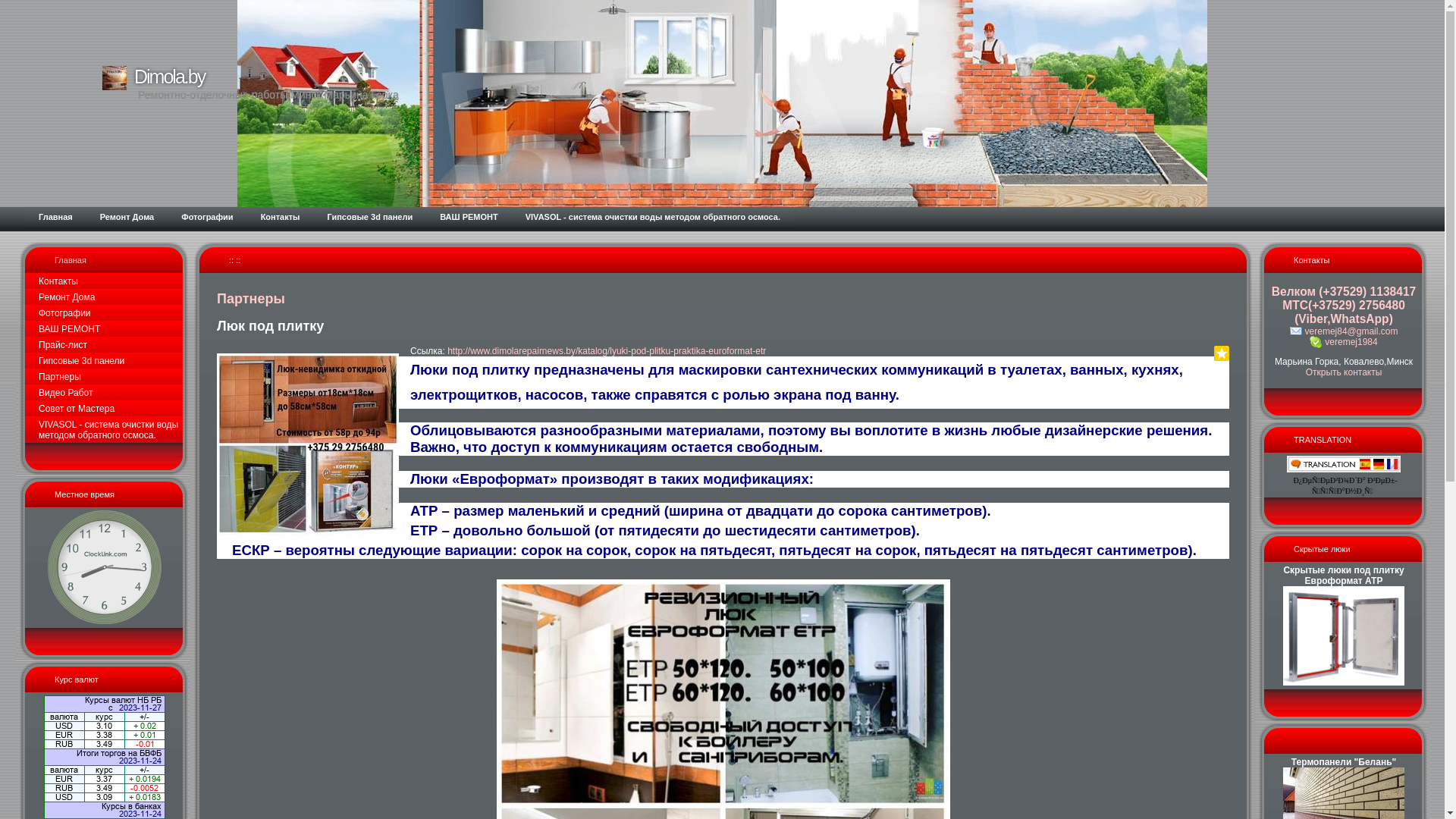  I want to click on 'veremej84@gmail.com', so click(1344, 330).